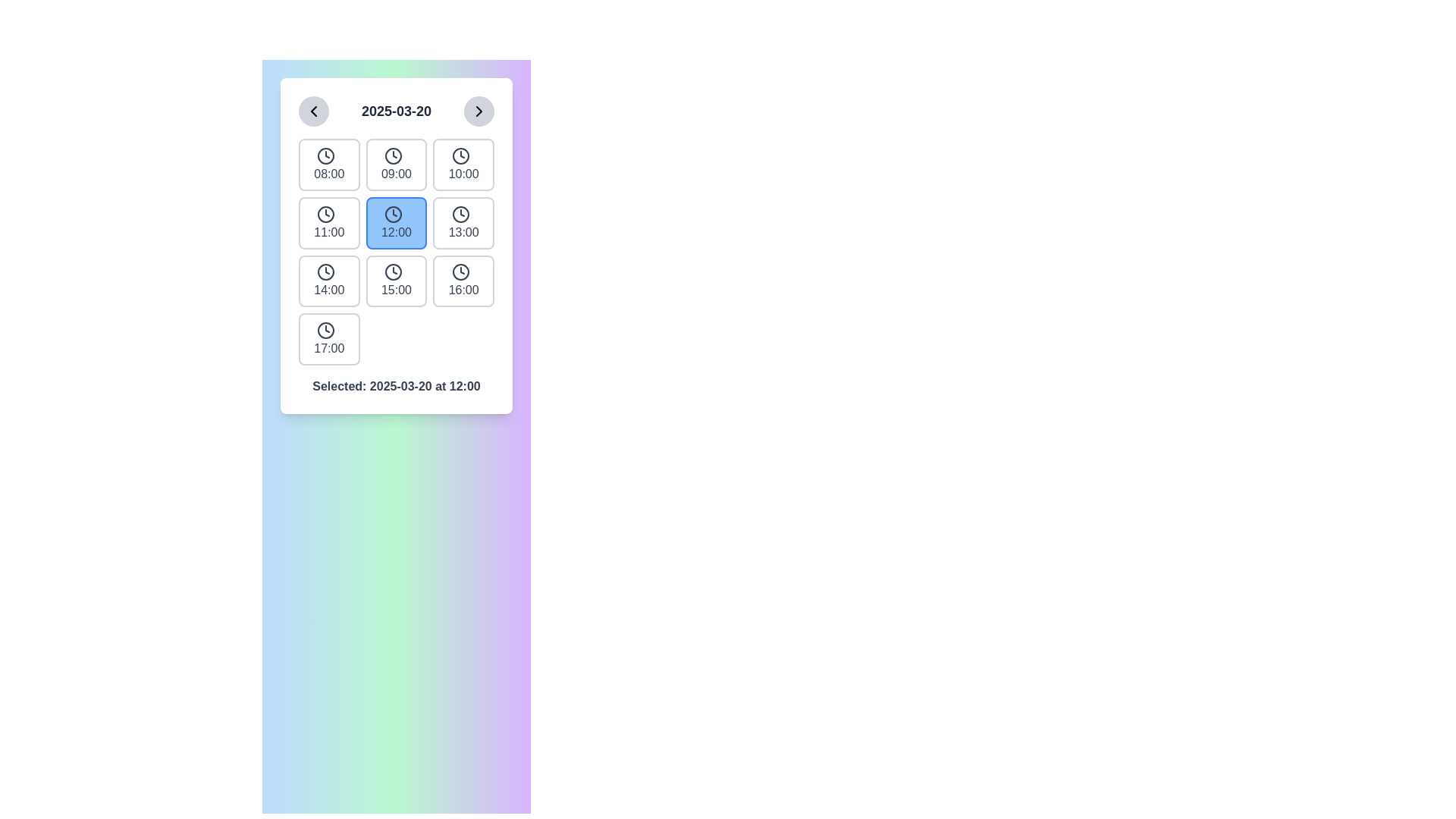 Image resolution: width=1456 pixels, height=819 pixels. I want to click on the circular icon representing the clock face for the time slot '13:00', which is located in the second cell of the third row of the grid layout, so click(460, 214).